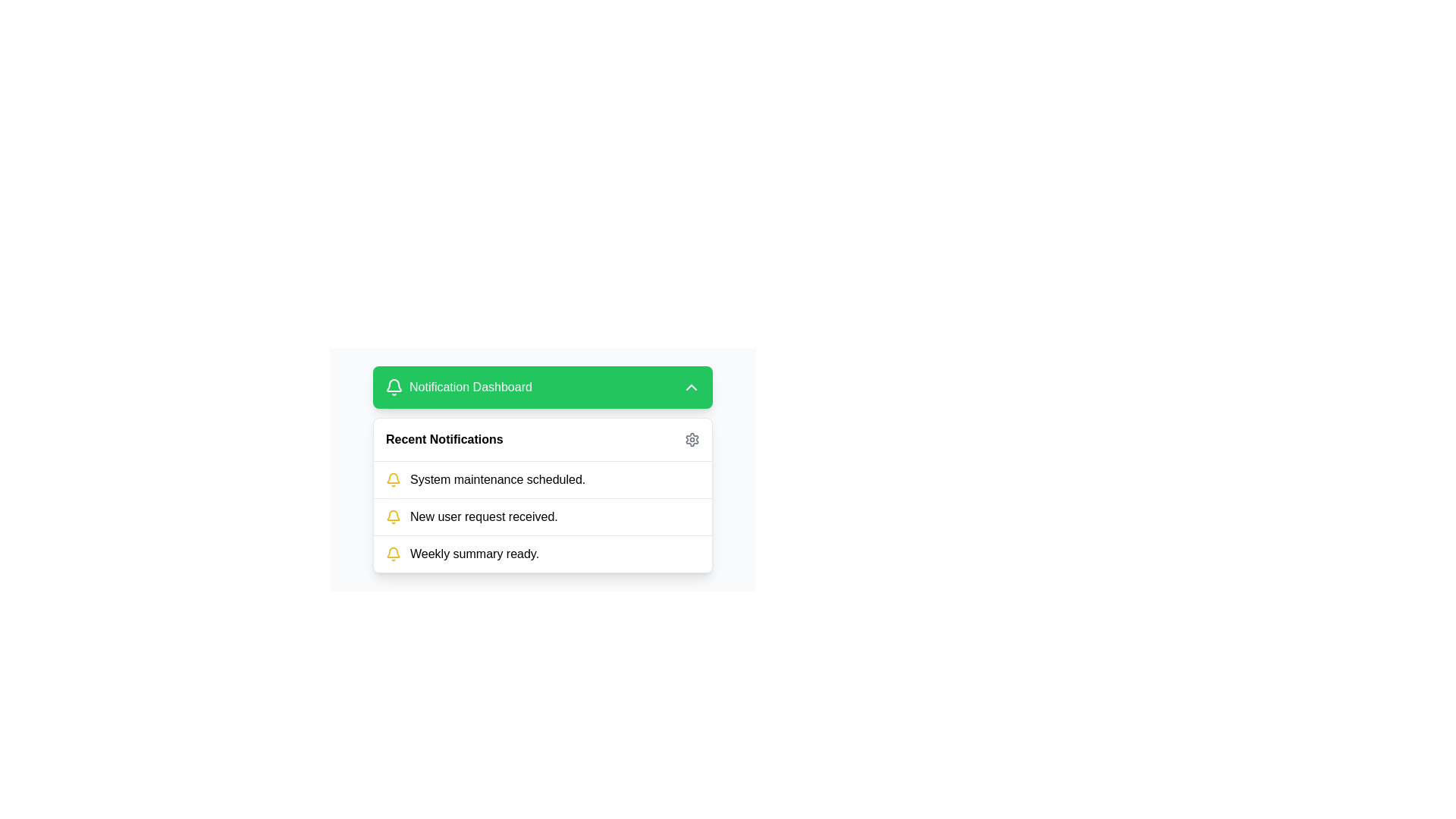 The width and height of the screenshot is (1456, 819). I want to click on notification message displayed as the first entry in the notification list, located to the immediate right of the bell icon, so click(497, 479).